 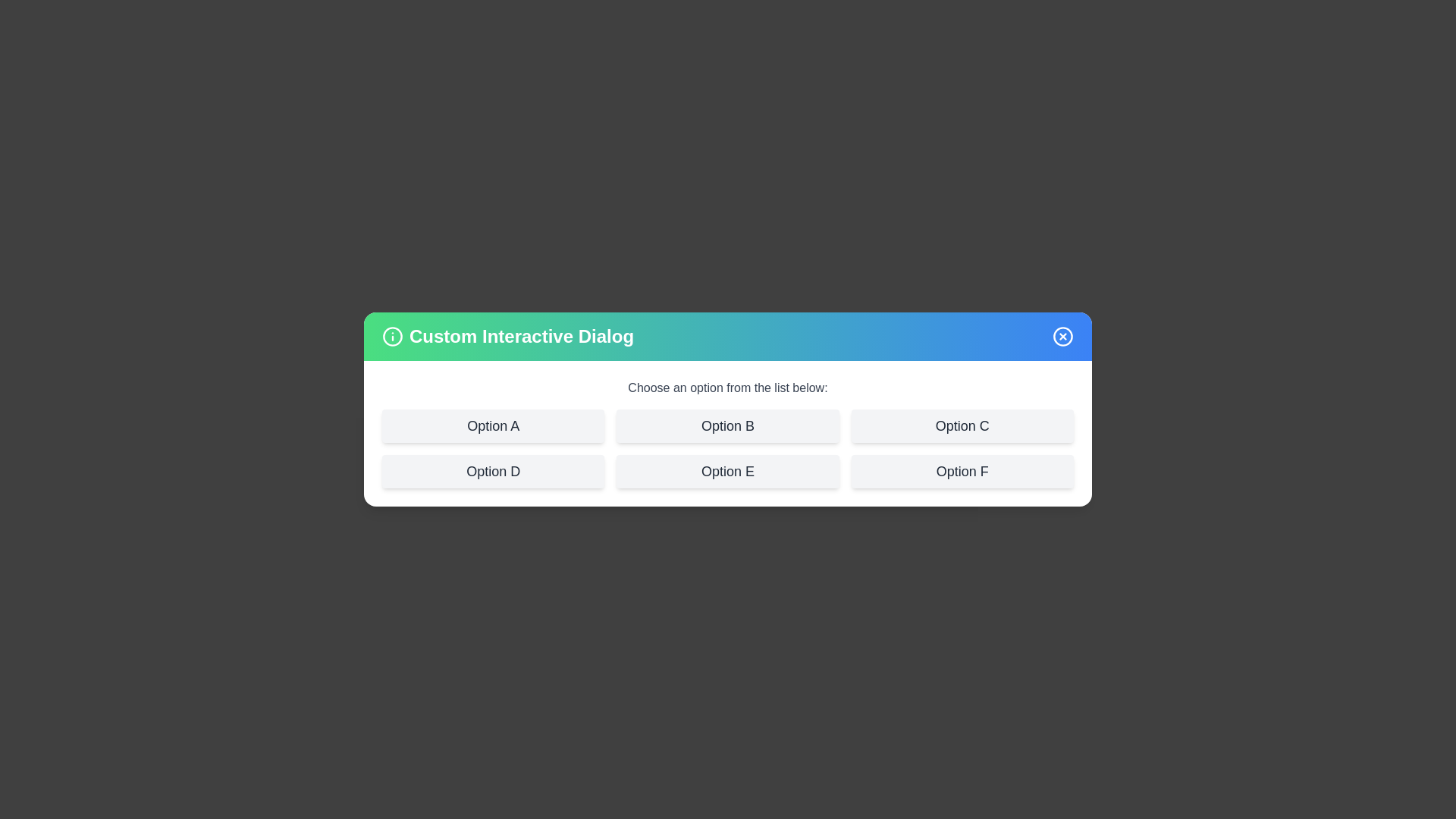 I want to click on the option Option F from the list, so click(x=961, y=470).